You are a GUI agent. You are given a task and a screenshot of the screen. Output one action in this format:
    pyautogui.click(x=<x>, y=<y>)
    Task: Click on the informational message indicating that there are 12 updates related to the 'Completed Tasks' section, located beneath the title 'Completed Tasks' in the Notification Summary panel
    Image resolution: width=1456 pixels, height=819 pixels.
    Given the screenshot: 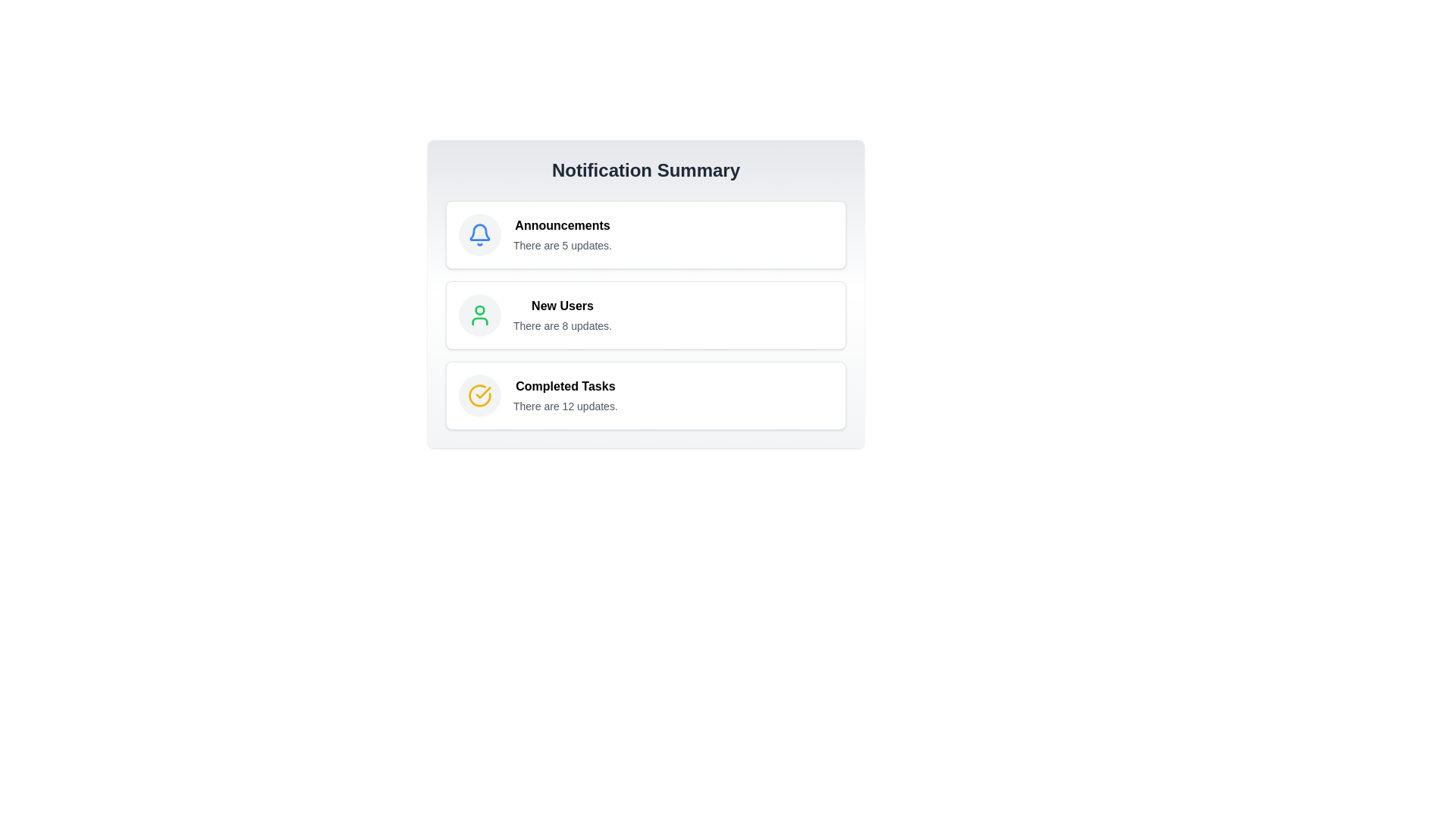 What is the action you would take?
    pyautogui.click(x=564, y=406)
    